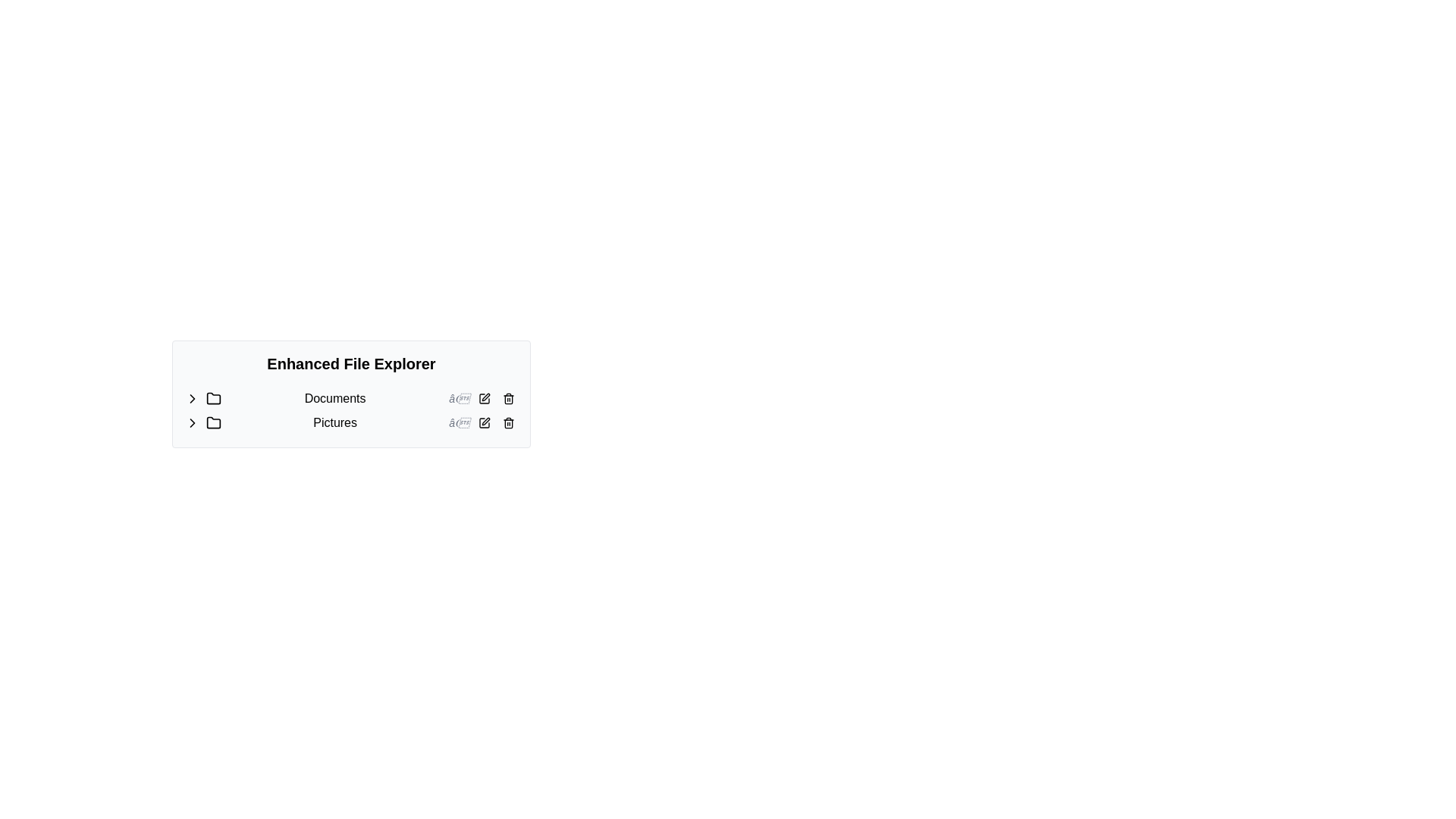 This screenshot has height=819, width=1456. Describe the element at coordinates (509, 397) in the screenshot. I see `the trash can icon` at that location.